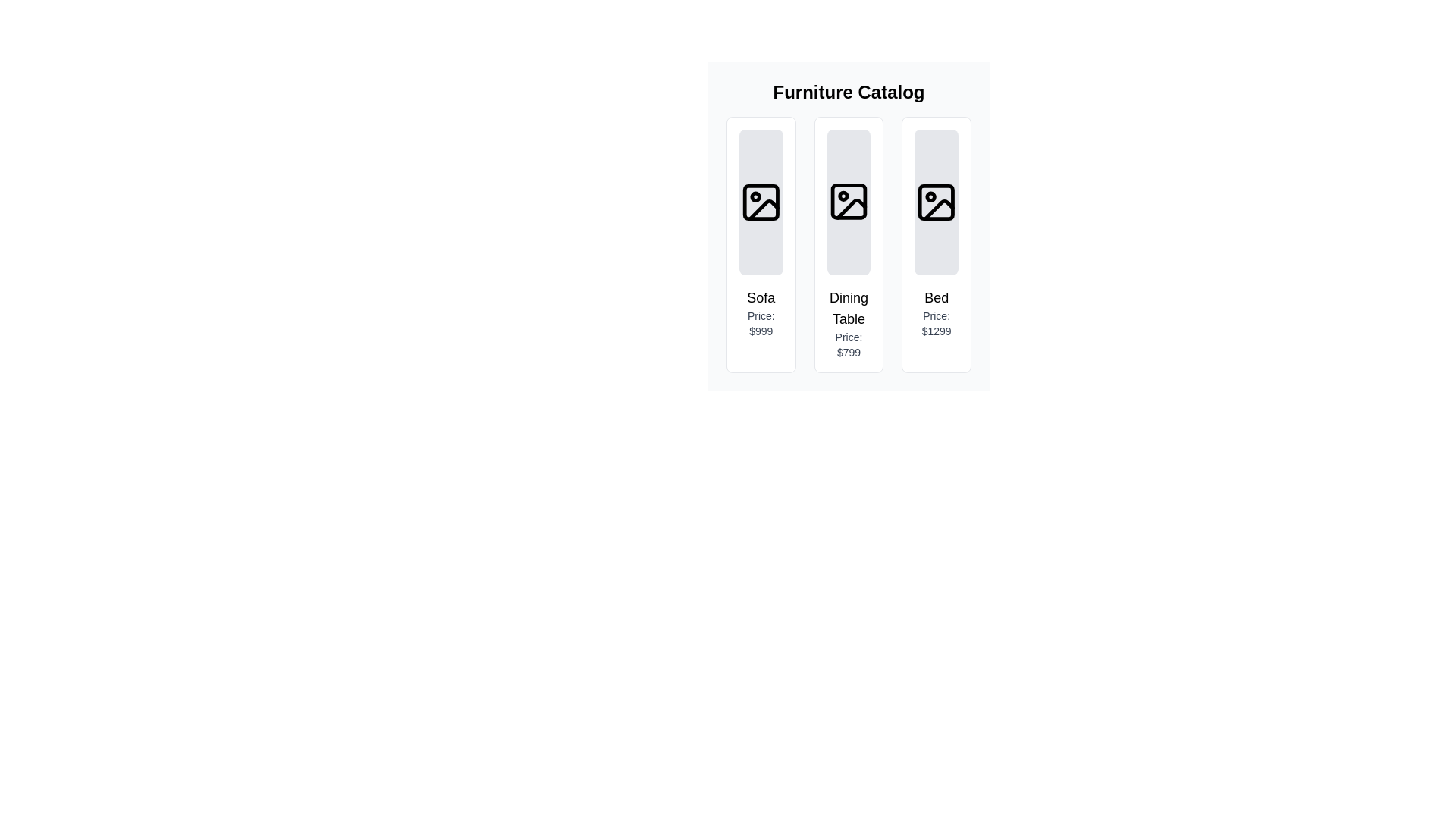  What do you see at coordinates (848, 345) in the screenshot?
I see `the static text block displaying the price of the 'Dining Table', located at the bottom of the card under the title 'Dining Table'` at bounding box center [848, 345].